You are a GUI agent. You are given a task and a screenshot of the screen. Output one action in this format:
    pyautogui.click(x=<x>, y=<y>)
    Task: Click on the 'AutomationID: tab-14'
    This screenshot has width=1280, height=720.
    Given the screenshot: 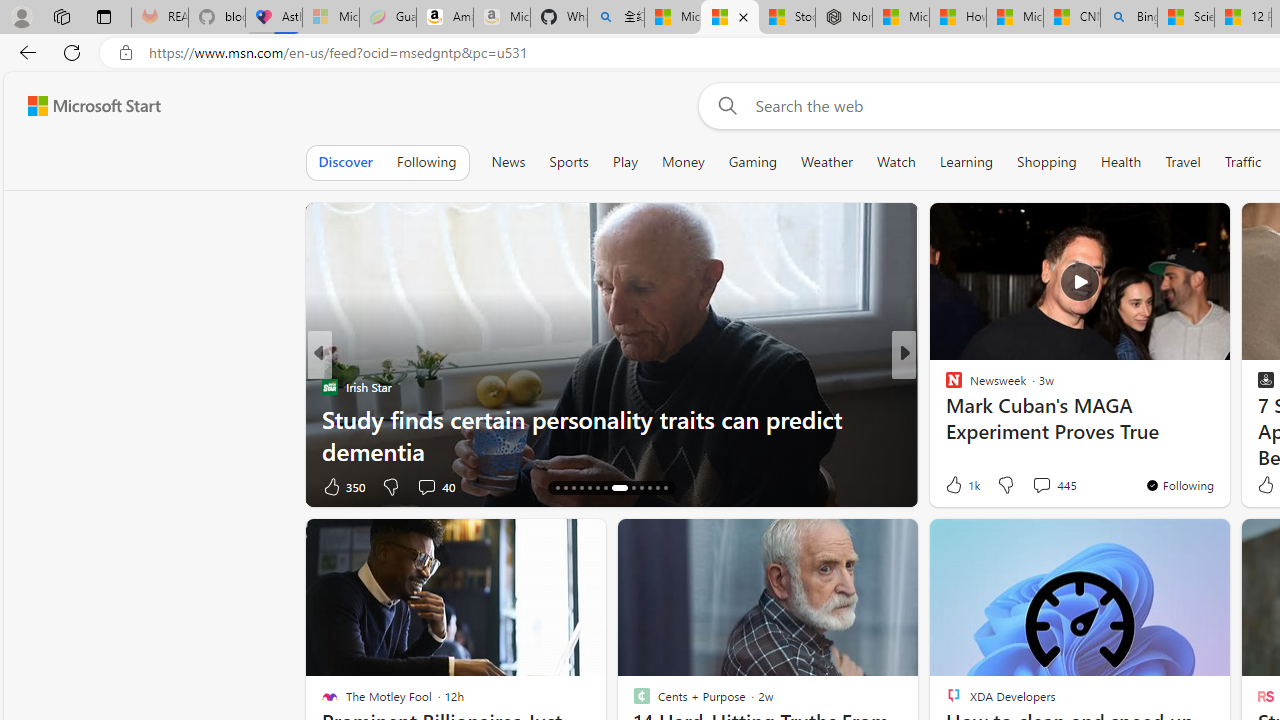 What is the action you would take?
    pyautogui.click(x=557, y=488)
    